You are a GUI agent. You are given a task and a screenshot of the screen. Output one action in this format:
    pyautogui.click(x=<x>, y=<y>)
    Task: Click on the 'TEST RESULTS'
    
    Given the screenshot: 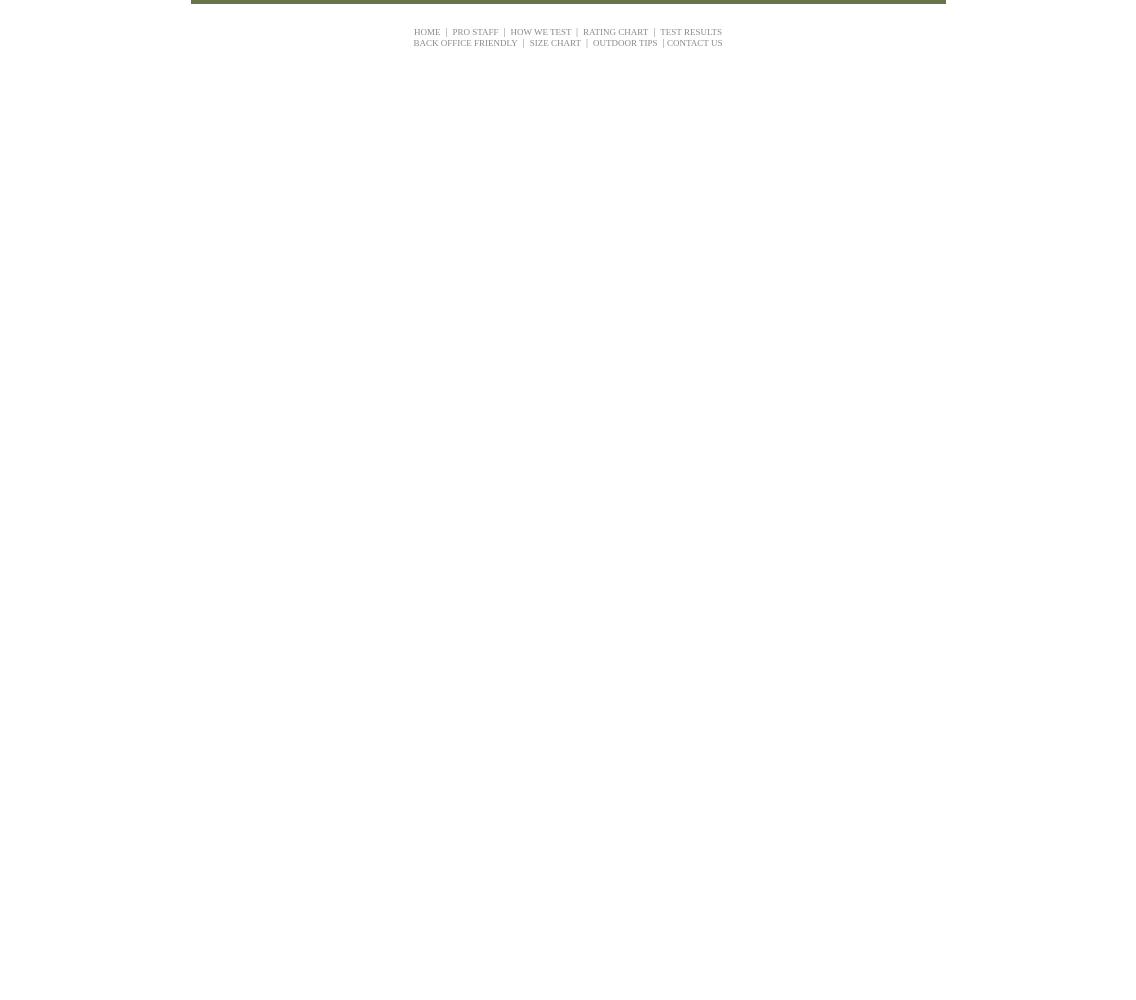 What is the action you would take?
    pyautogui.click(x=691, y=31)
    